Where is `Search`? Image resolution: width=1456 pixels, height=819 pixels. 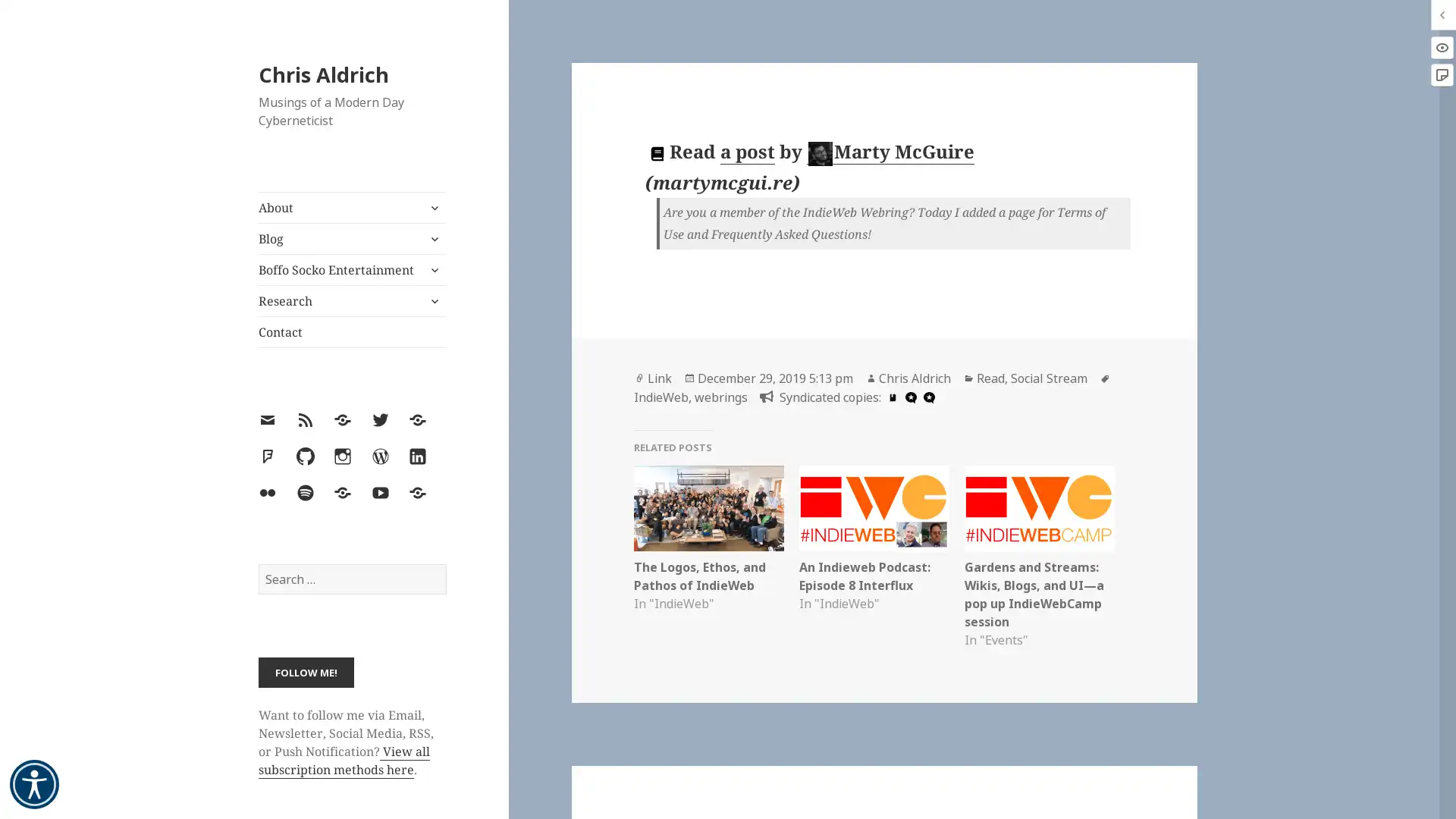
Search is located at coordinates (444, 563).